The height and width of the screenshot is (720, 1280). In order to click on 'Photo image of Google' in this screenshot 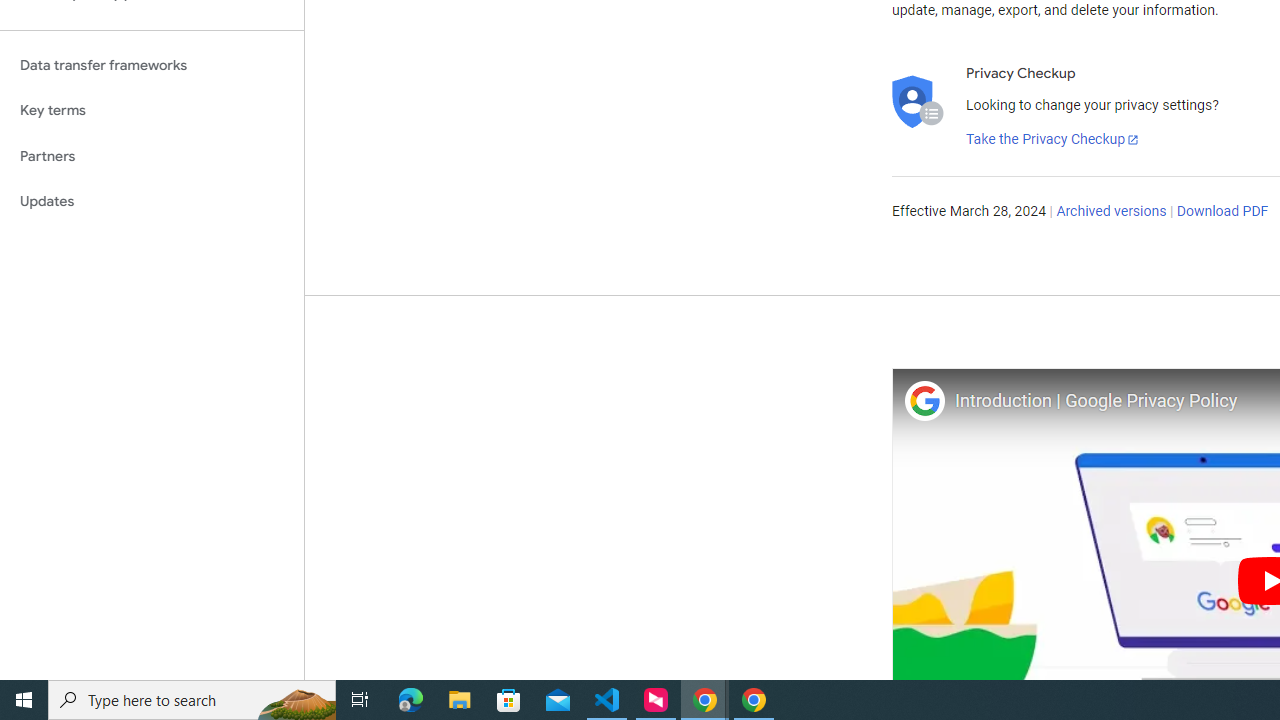, I will do `click(923, 400)`.